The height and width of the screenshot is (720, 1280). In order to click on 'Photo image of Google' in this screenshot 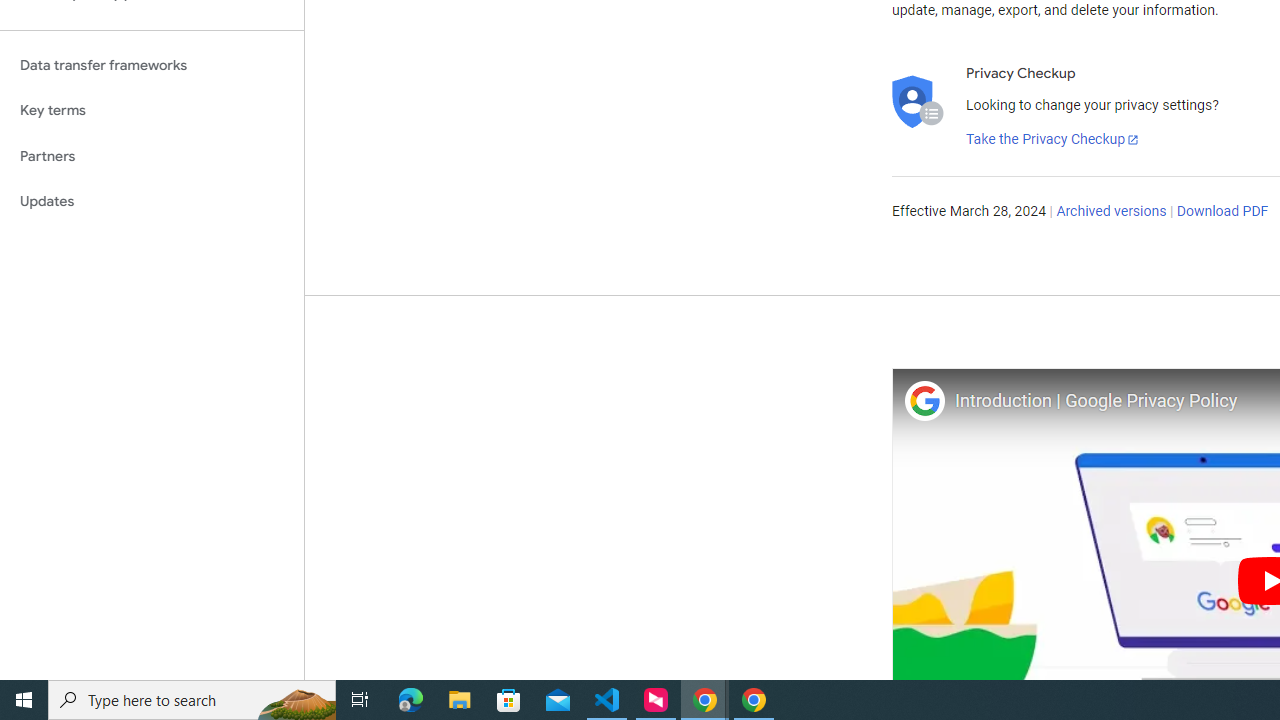, I will do `click(923, 400)`.